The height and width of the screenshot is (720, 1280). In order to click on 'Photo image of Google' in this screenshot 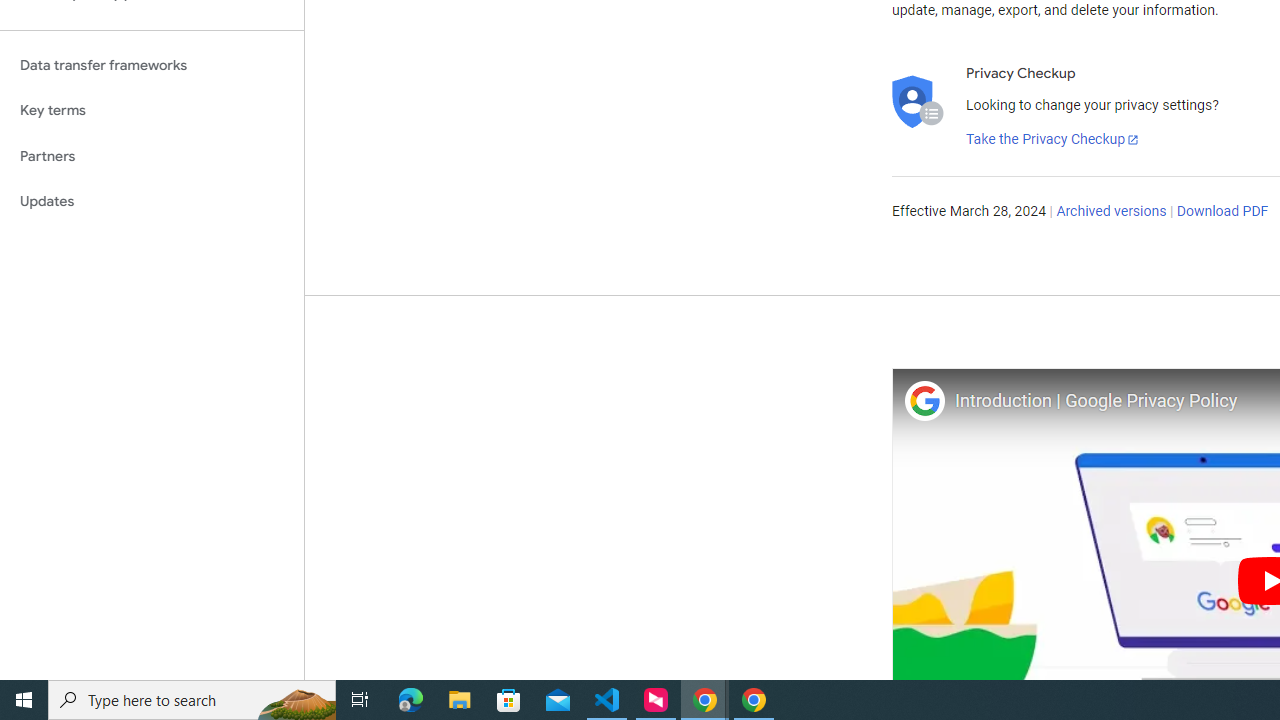, I will do `click(923, 400)`.